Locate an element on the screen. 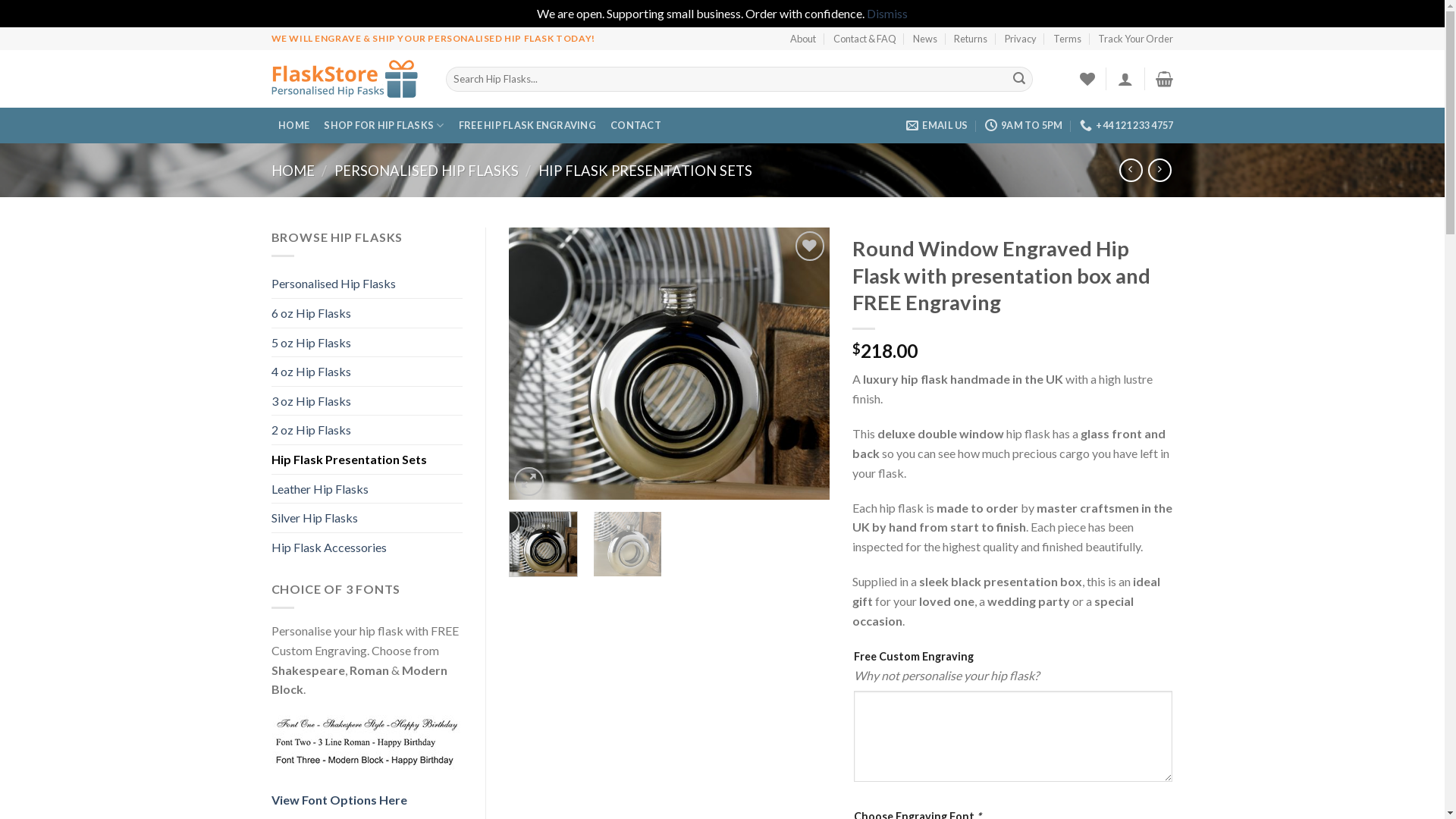 Image resolution: width=1456 pixels, height=819 pixels. 'HOME' is located at coordinates (294, 124).